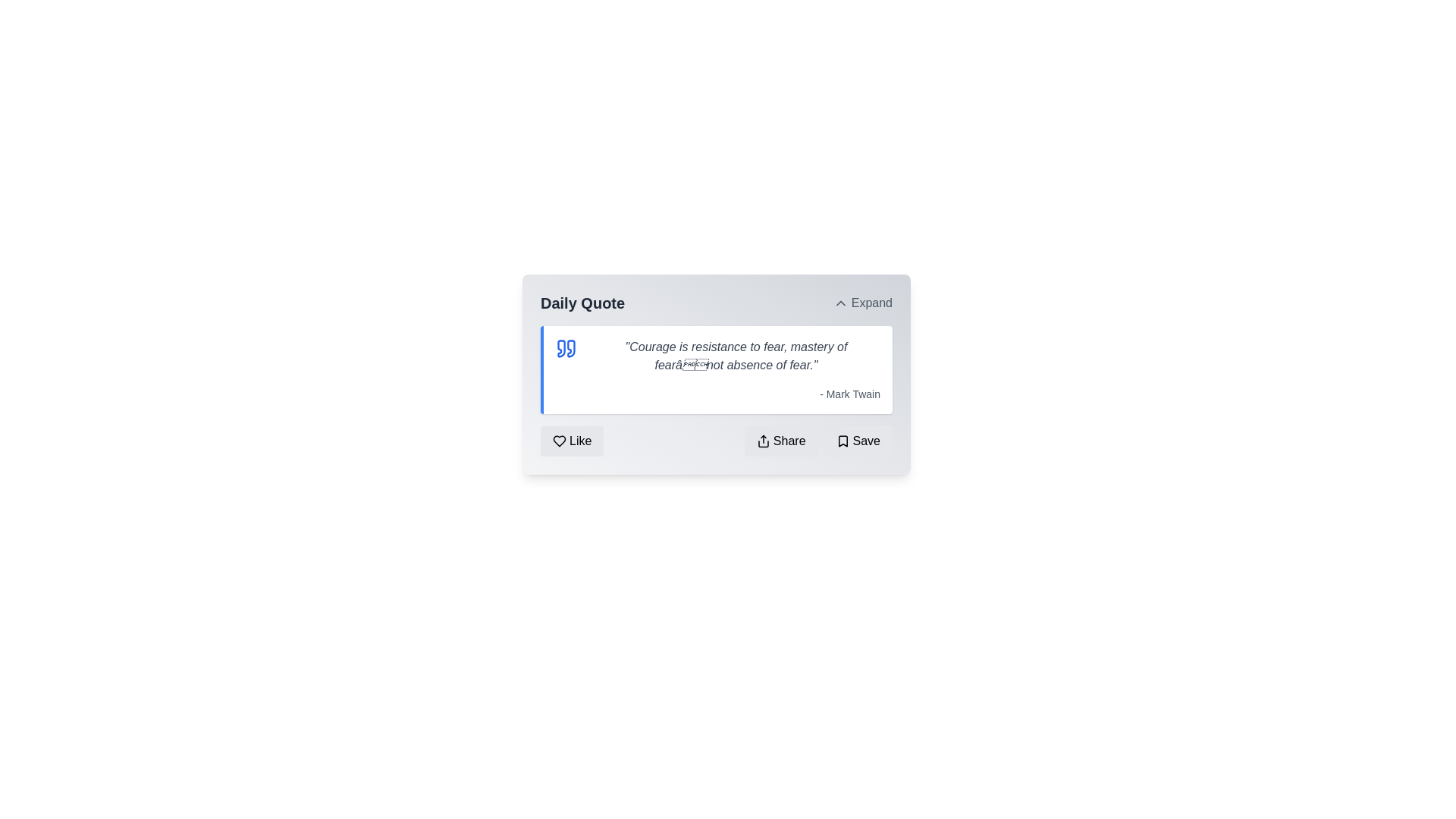 Image resolution: width=1456 pixels, height=819 pixels. What do you see at coordinates (560, 348) in the screenshot?
I see `the left decorative quotation icon located at the top-left corner of the 'Daily Quote' card` at bounding box center [560, 348].